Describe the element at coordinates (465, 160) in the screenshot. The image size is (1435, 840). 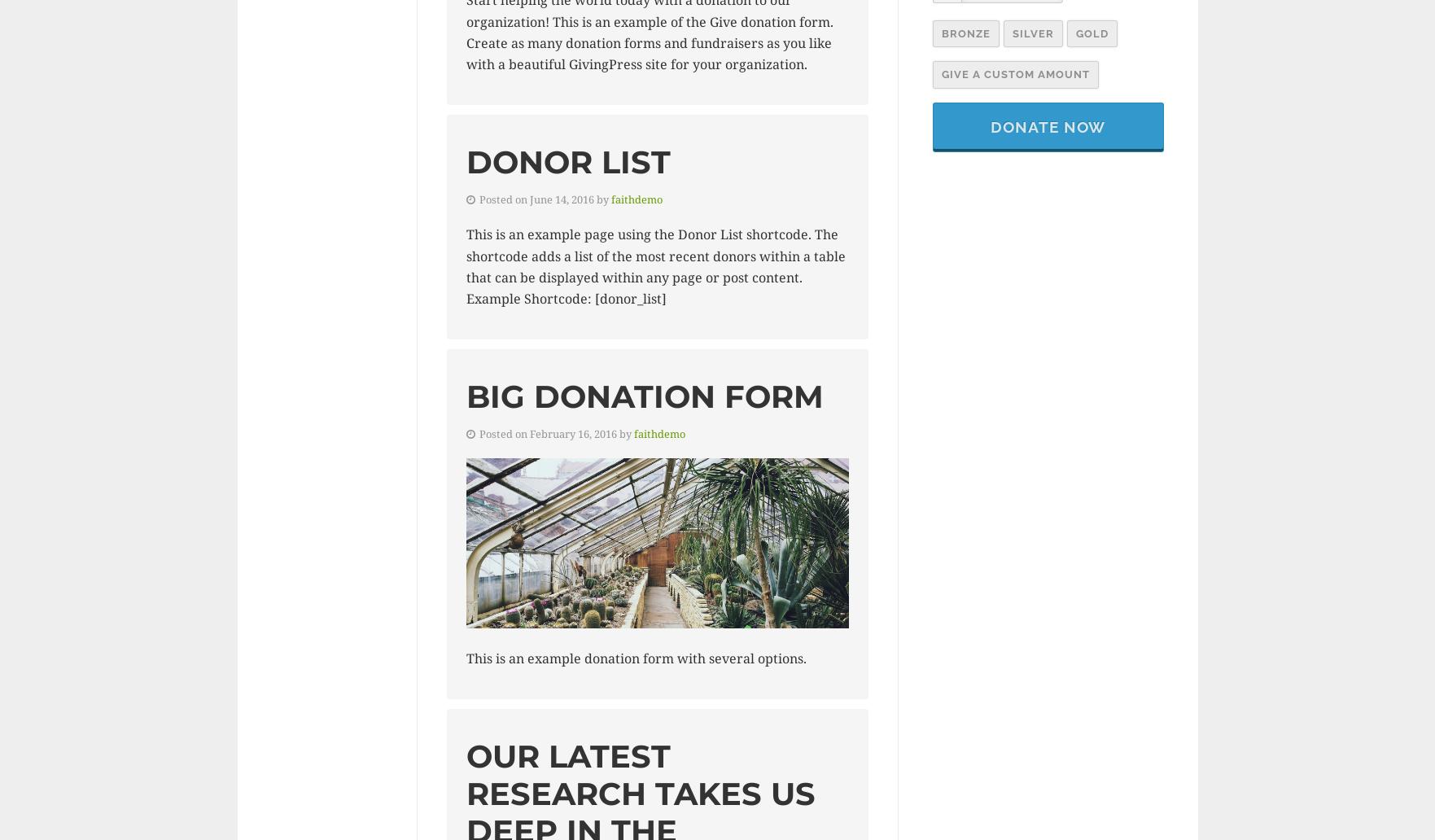
I see `'Donor List'` at that location.